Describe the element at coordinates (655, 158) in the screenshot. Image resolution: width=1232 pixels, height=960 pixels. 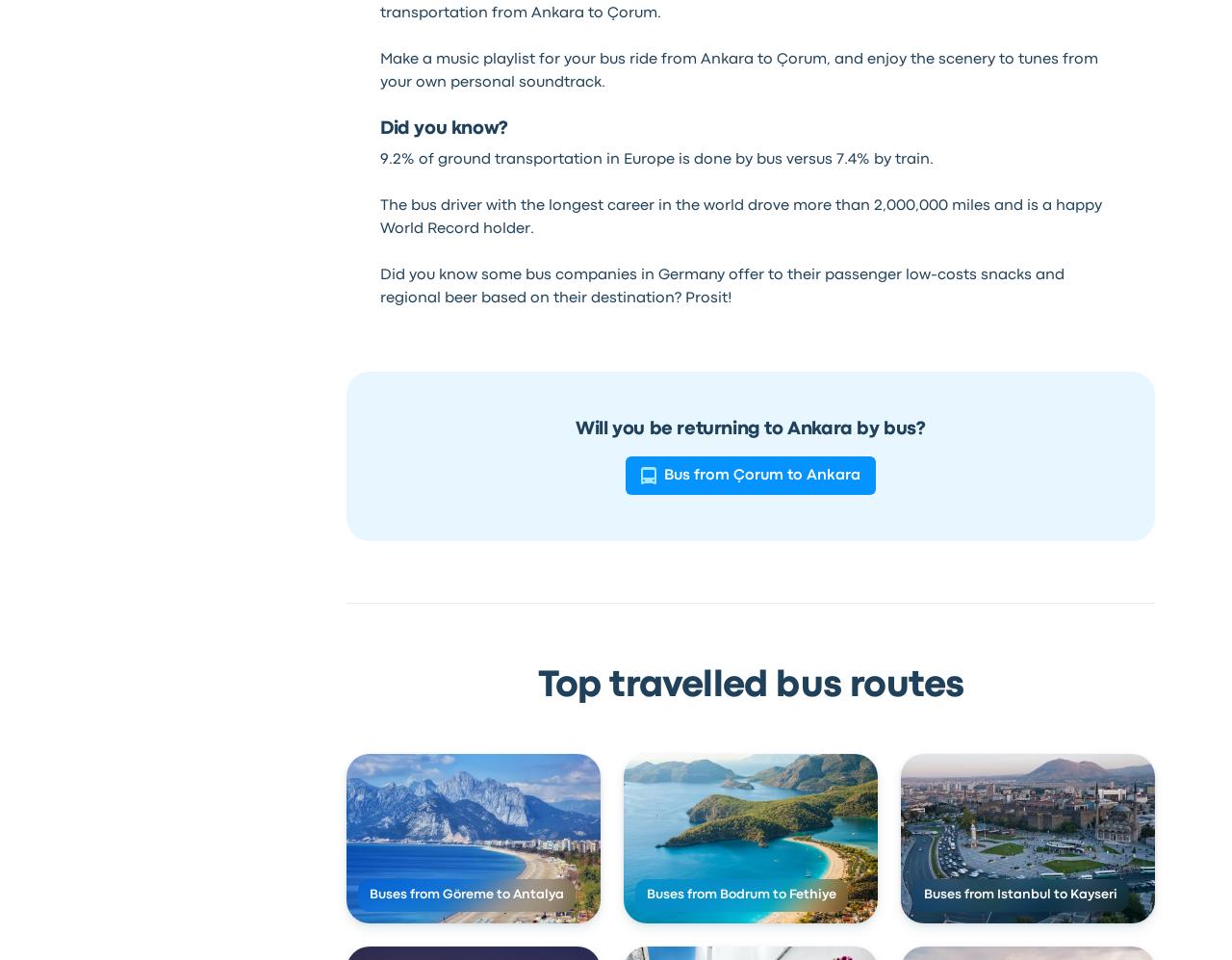
I see `'9.2% of ground transportation in Europe is done by bus versus 7.4% by train.'` at that location.